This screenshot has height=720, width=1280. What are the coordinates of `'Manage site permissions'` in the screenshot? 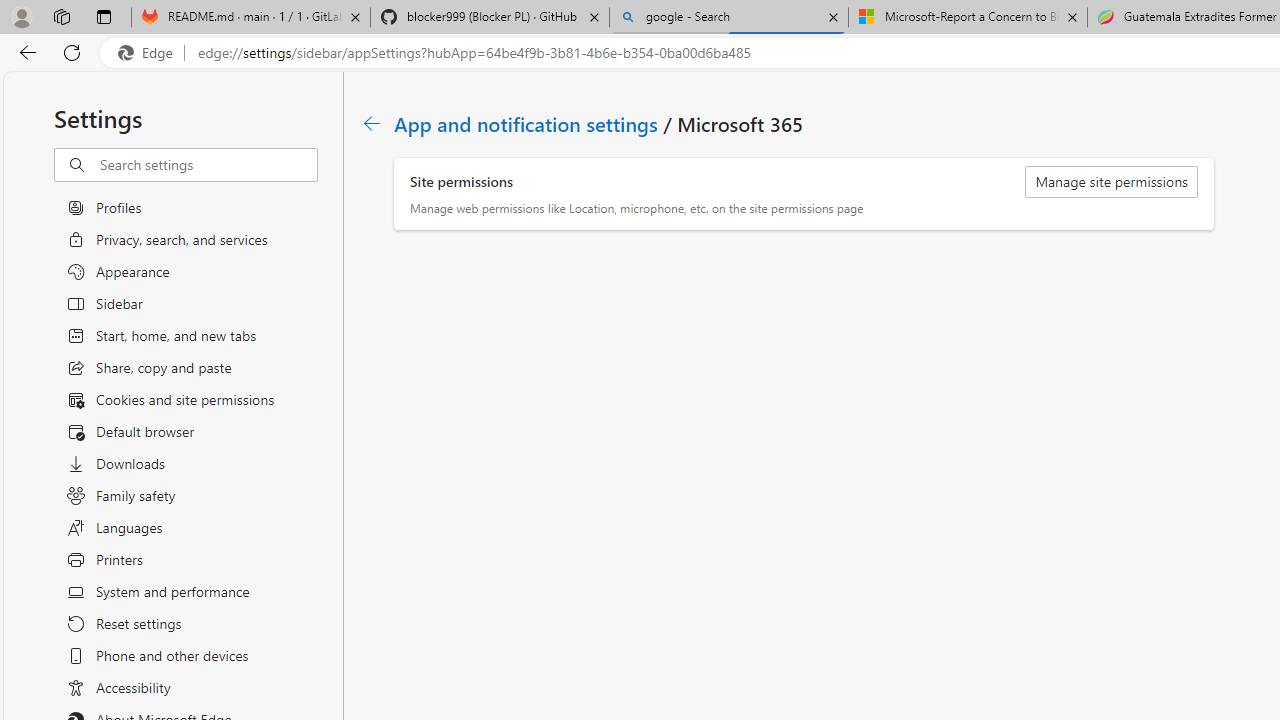 It's located at (1110, 182).